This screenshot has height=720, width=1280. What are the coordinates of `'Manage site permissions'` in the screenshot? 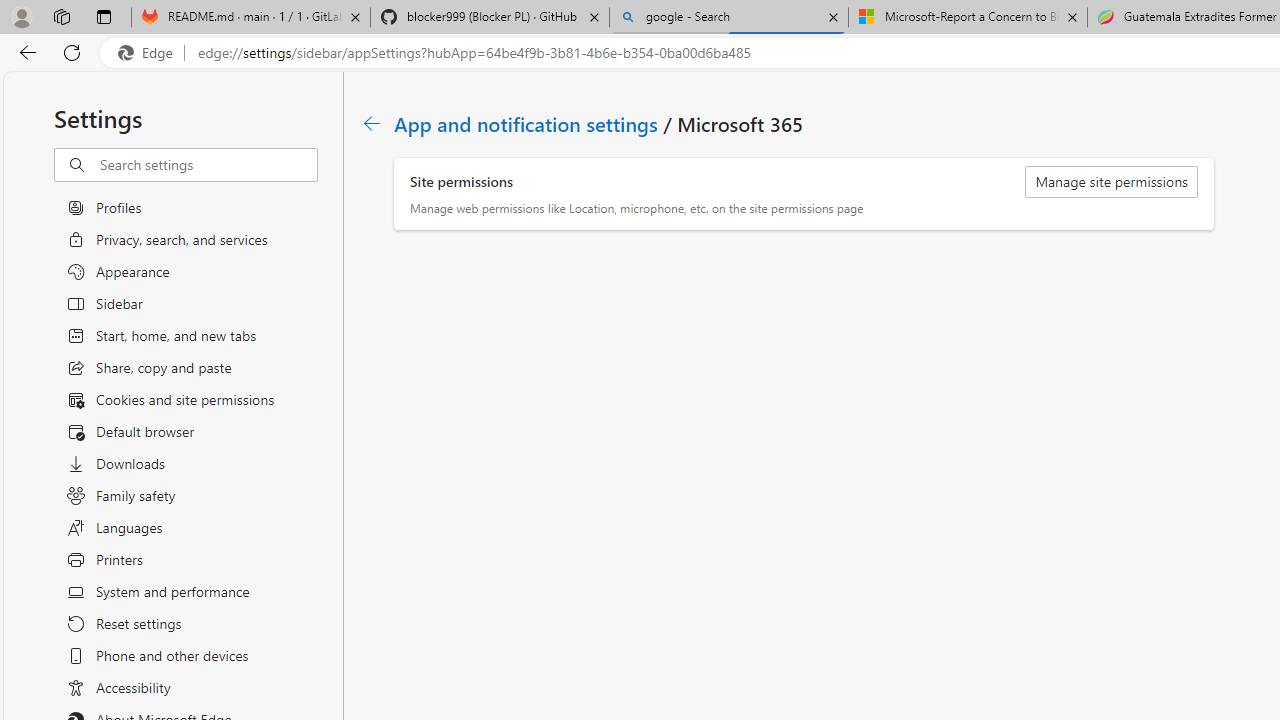 It's located at (1110, 182).